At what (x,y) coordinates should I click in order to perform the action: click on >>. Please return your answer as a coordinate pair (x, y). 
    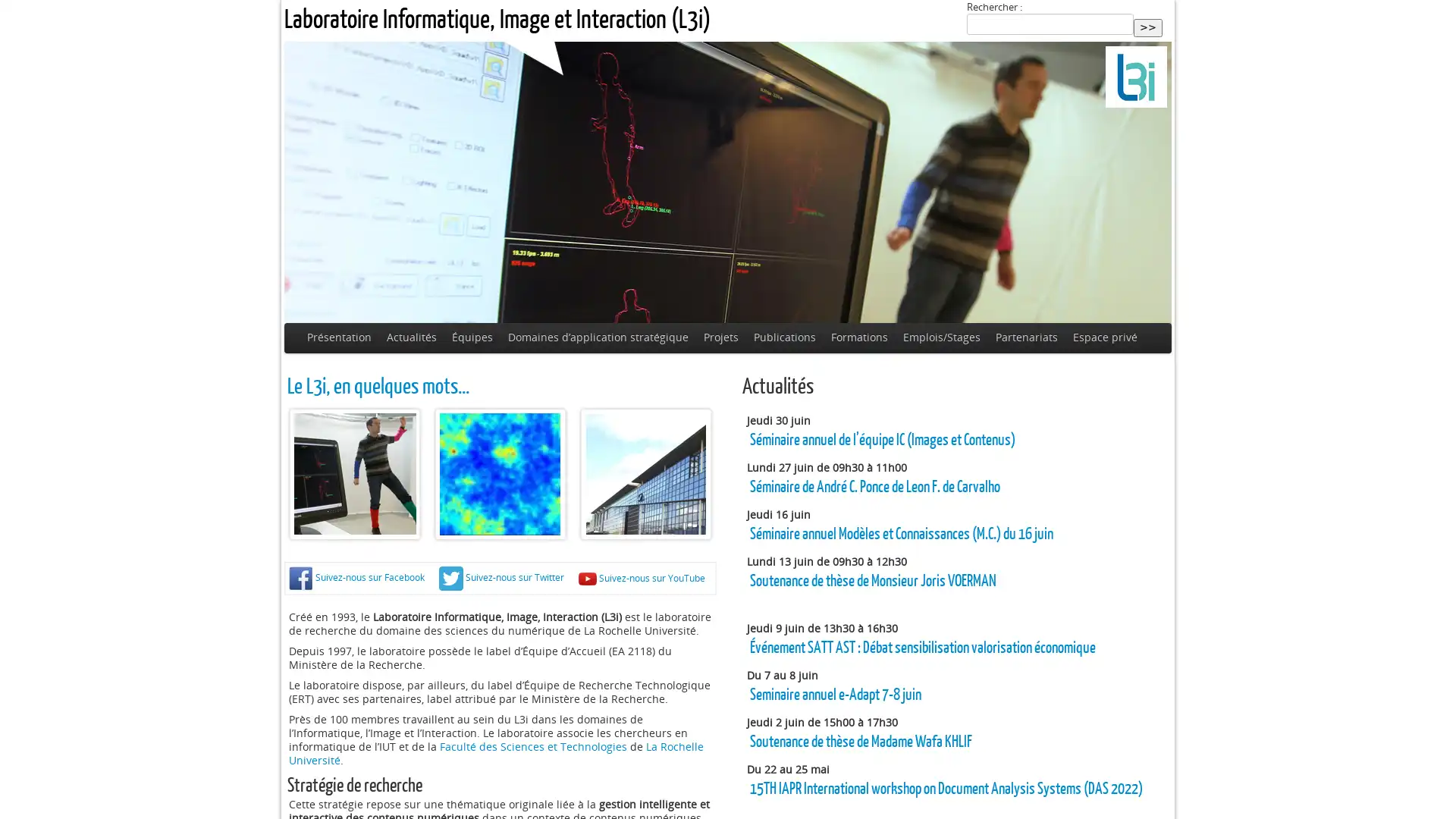
    Looking at the image, I should click on (1147, 27).